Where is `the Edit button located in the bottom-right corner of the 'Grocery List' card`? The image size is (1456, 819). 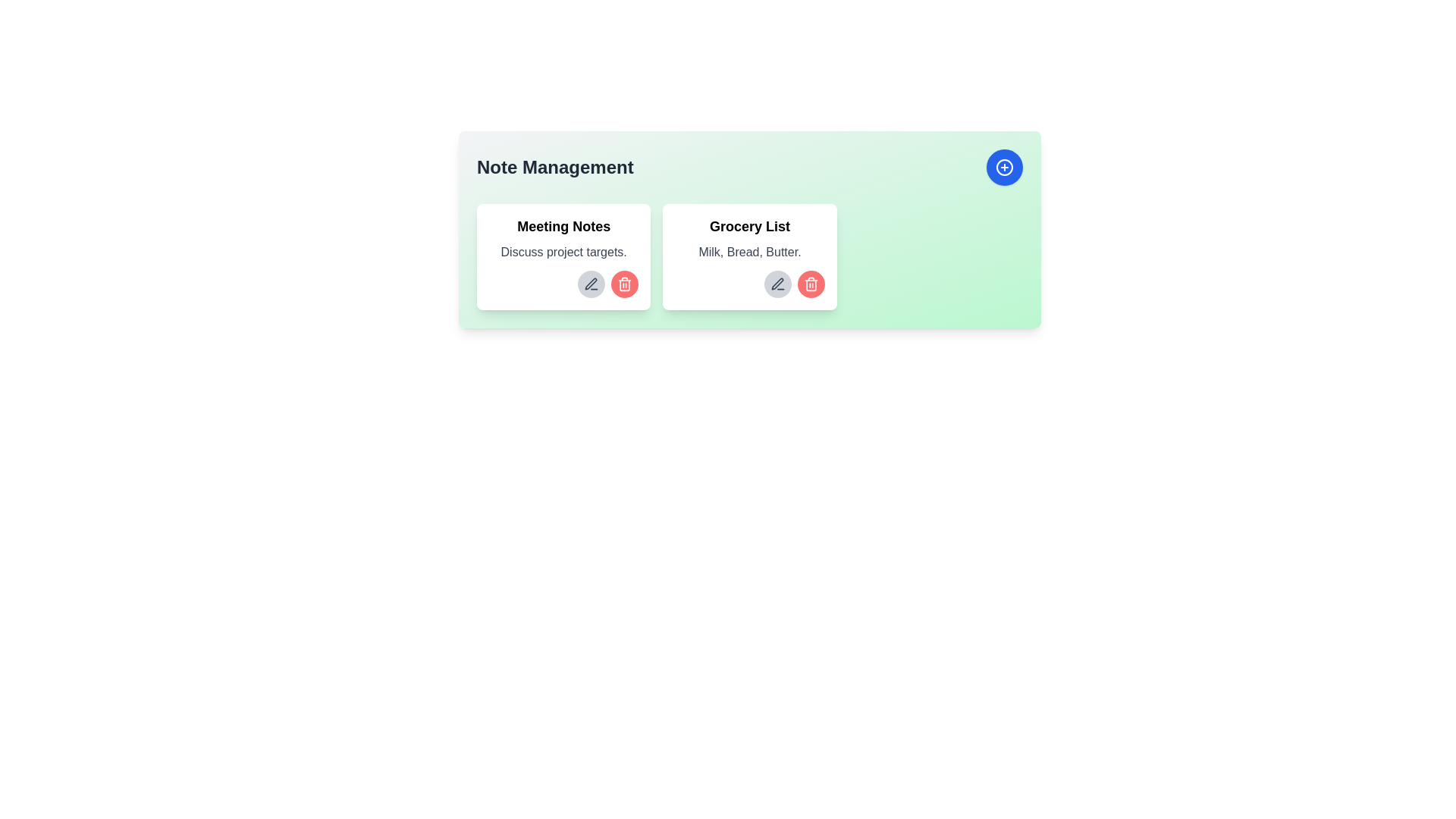 the Edit button located in the bottom-right corner of the 'Grocery List' card is located at coordinates (777, 284).